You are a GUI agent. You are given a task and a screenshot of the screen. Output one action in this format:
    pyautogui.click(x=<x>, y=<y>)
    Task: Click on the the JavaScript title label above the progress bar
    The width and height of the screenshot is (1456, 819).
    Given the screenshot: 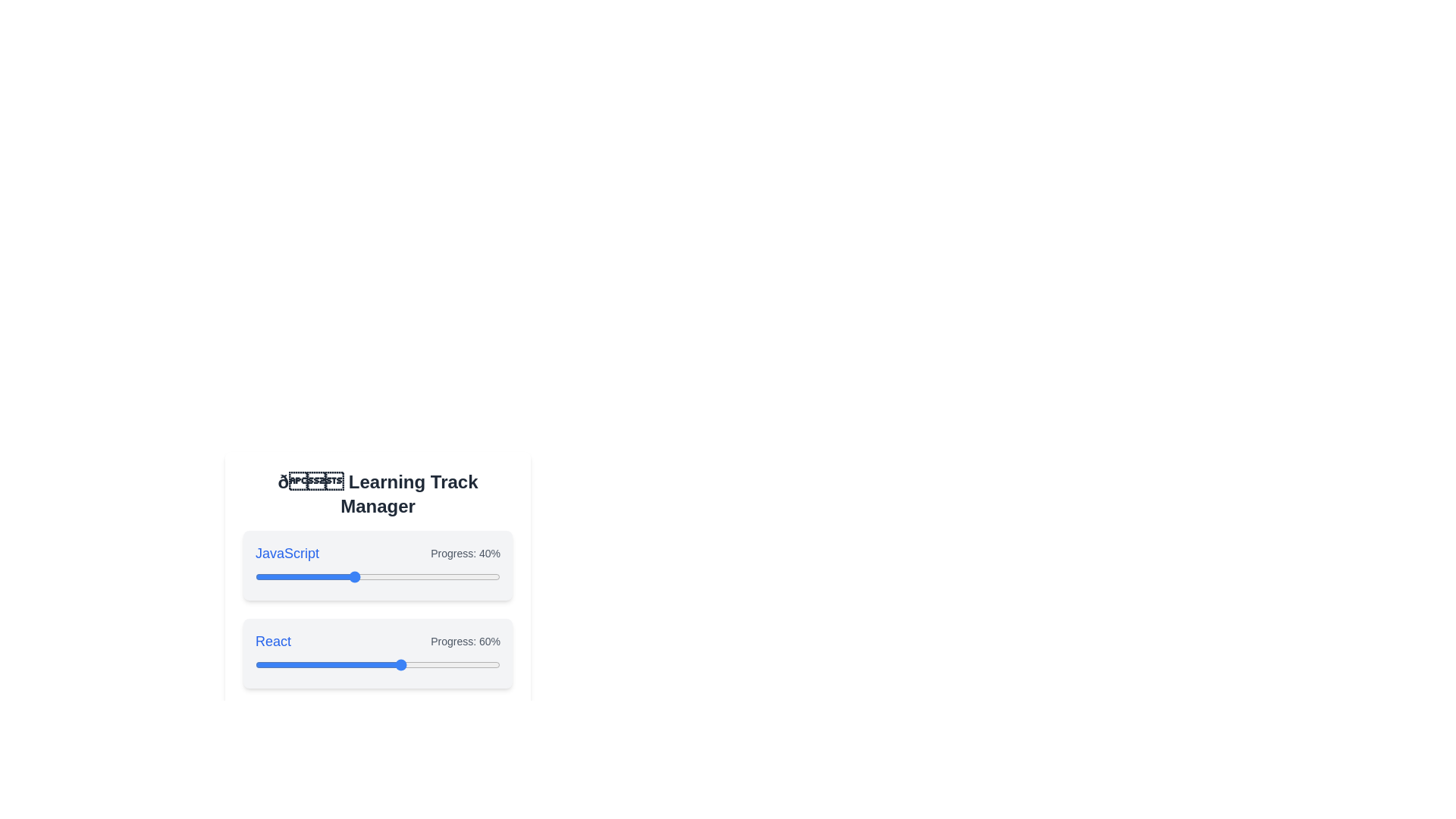 What is the action you would take?
    pyautogui.click(x=287, y=553)
    